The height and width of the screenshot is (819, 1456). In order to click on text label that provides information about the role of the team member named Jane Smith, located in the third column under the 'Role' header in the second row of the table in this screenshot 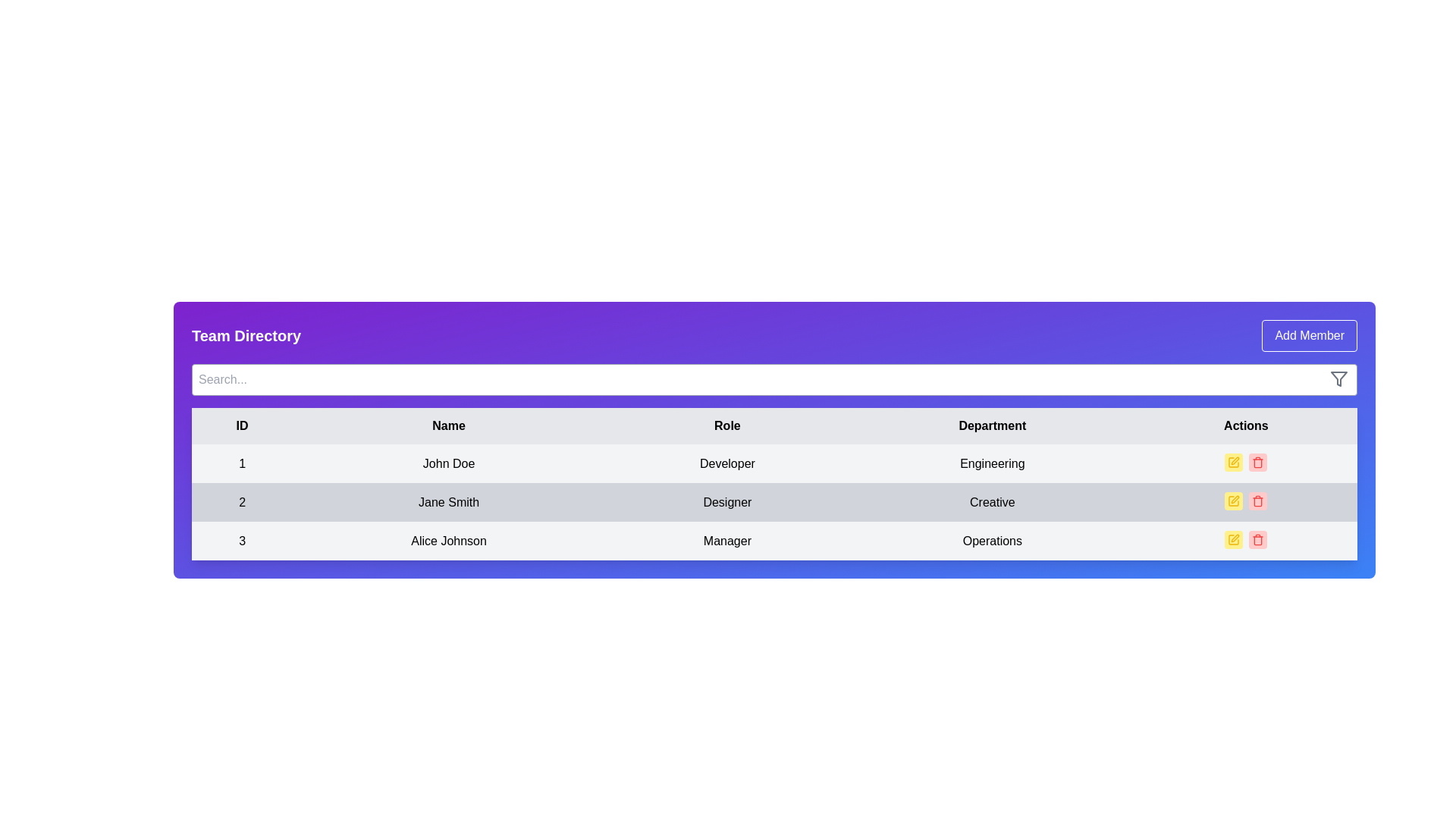, I will do `click(726, 502)`.